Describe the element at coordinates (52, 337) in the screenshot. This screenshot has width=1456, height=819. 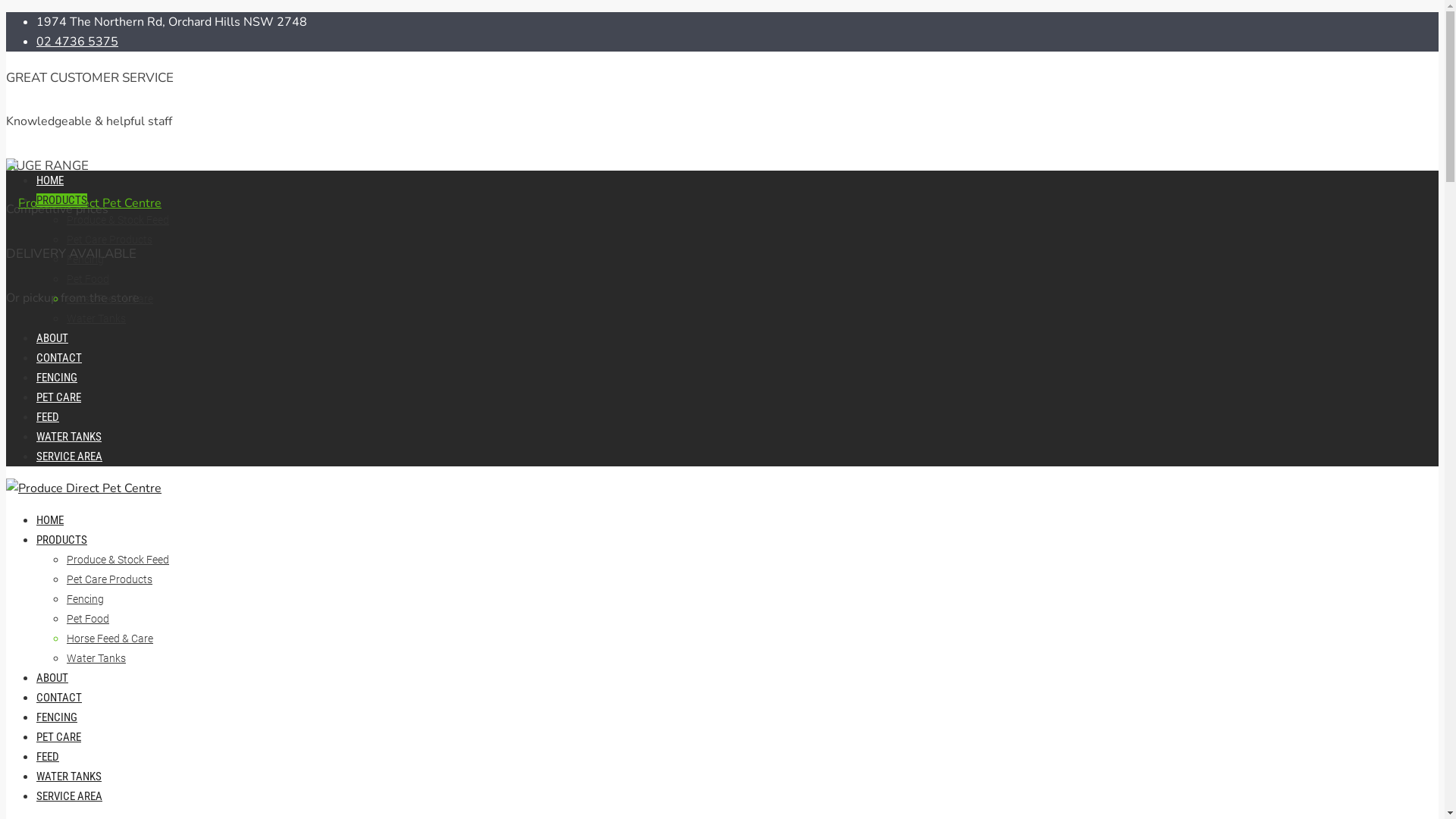
I see `'ABOUT'` at that location.